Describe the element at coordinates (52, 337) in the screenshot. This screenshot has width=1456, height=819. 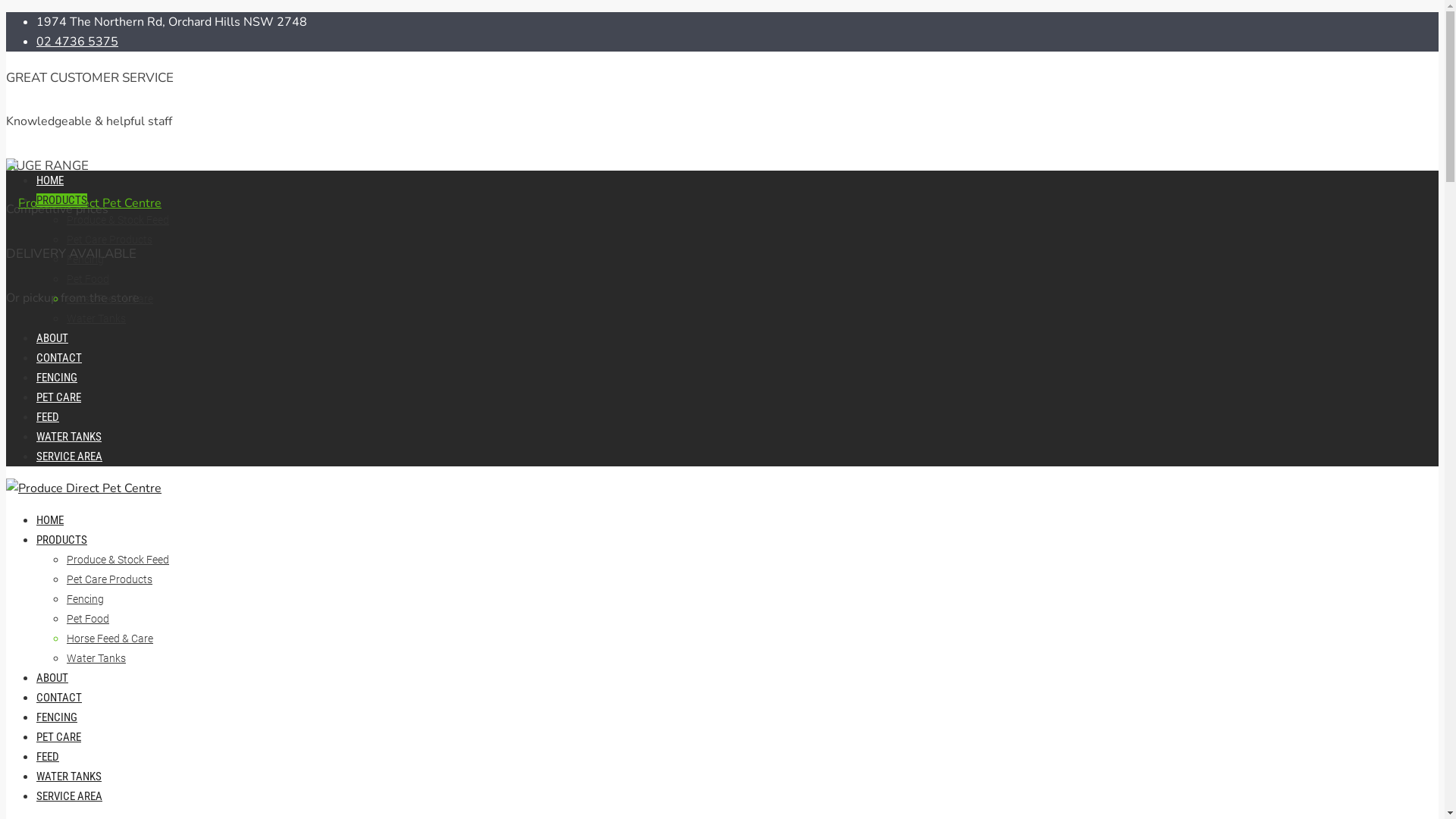
I see `'ABOUT'` at that location.